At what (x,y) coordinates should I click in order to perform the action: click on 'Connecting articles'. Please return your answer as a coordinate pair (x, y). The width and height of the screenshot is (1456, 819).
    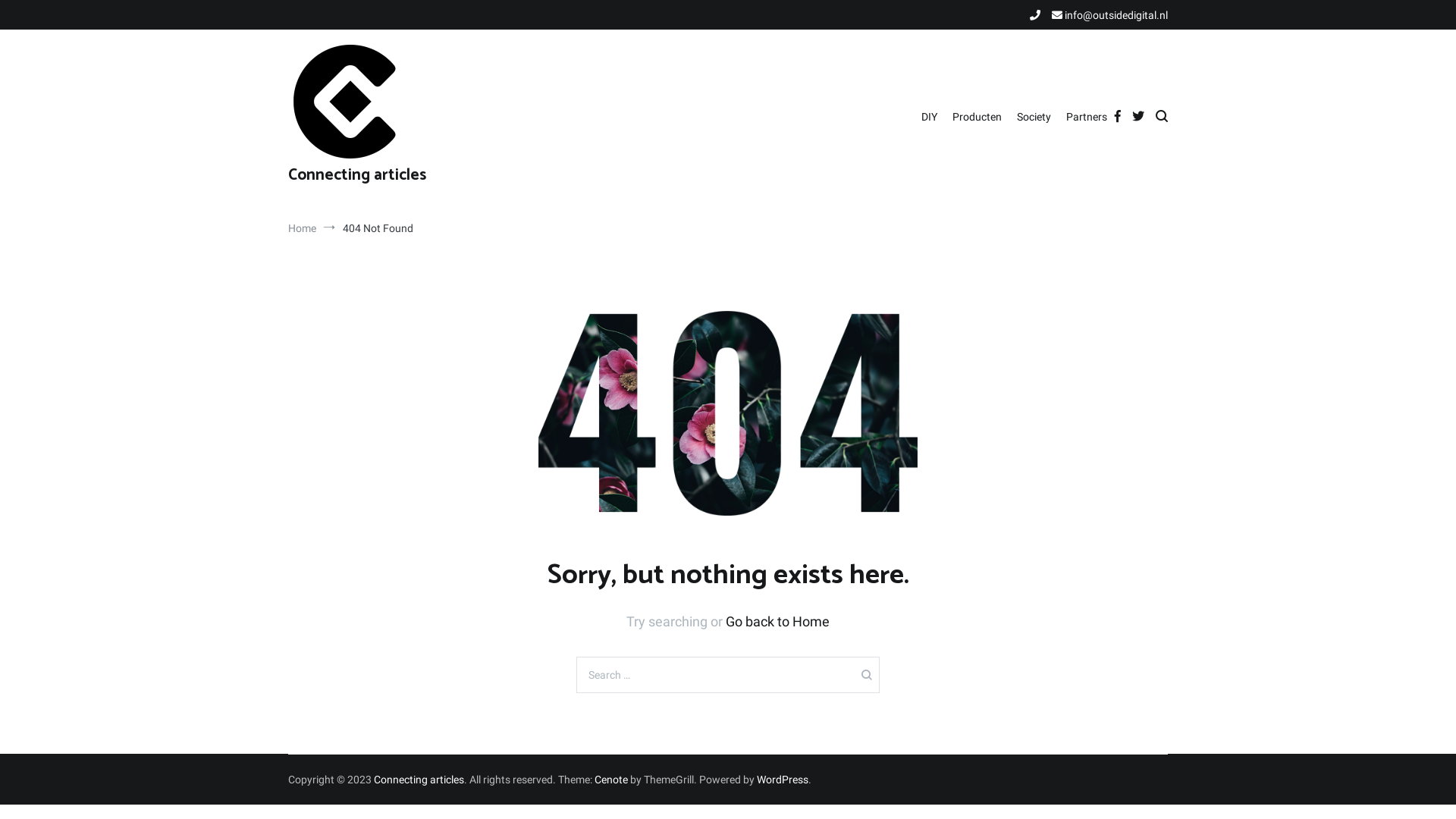
    Looking at the image, I should click on (419, 780).